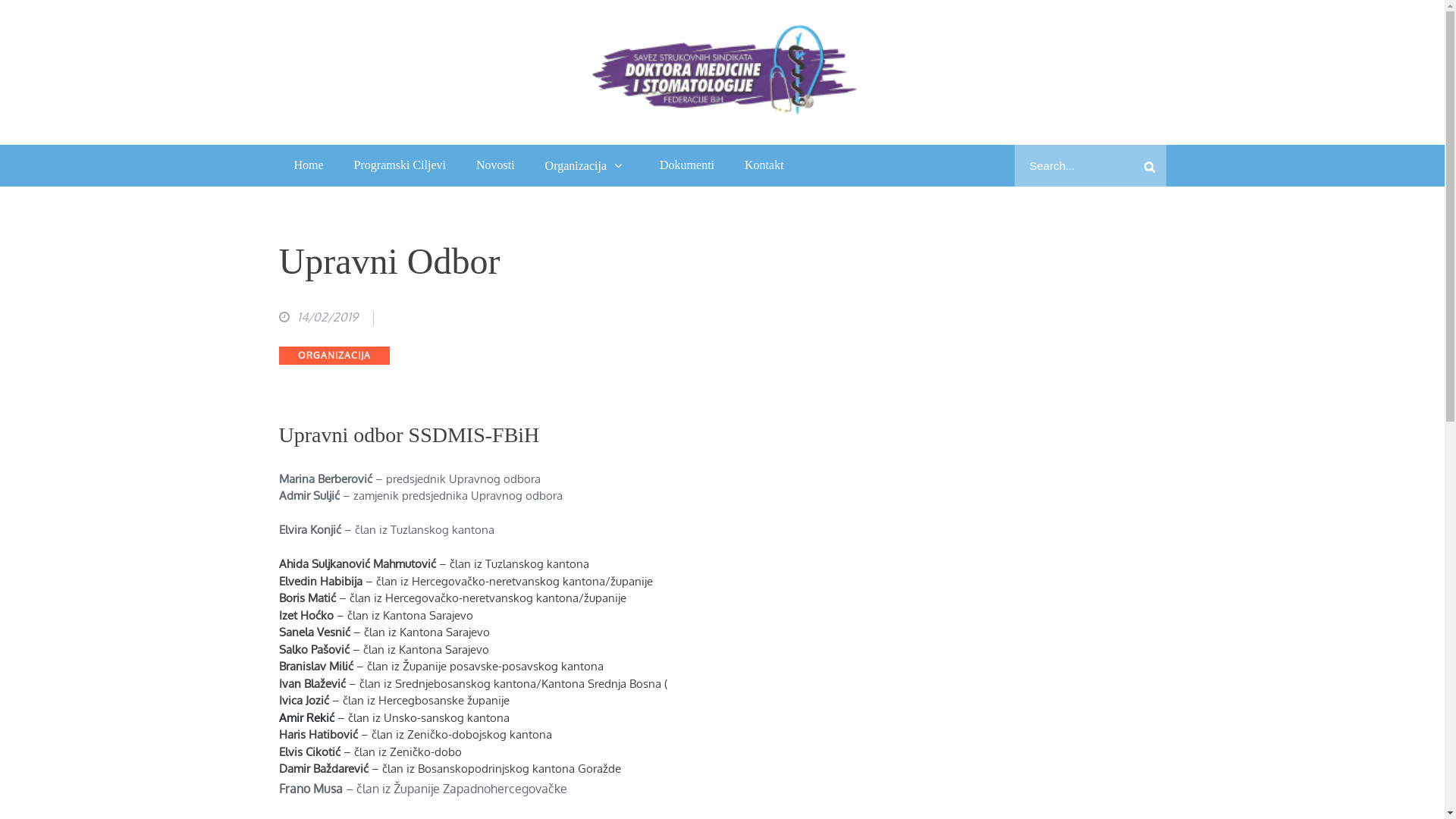 This screenshot has width=1456, height=819. What do you see at coordinates (1150, 165) in the screenshot?
I see `'Search'` at bounding box center [1150, 165].